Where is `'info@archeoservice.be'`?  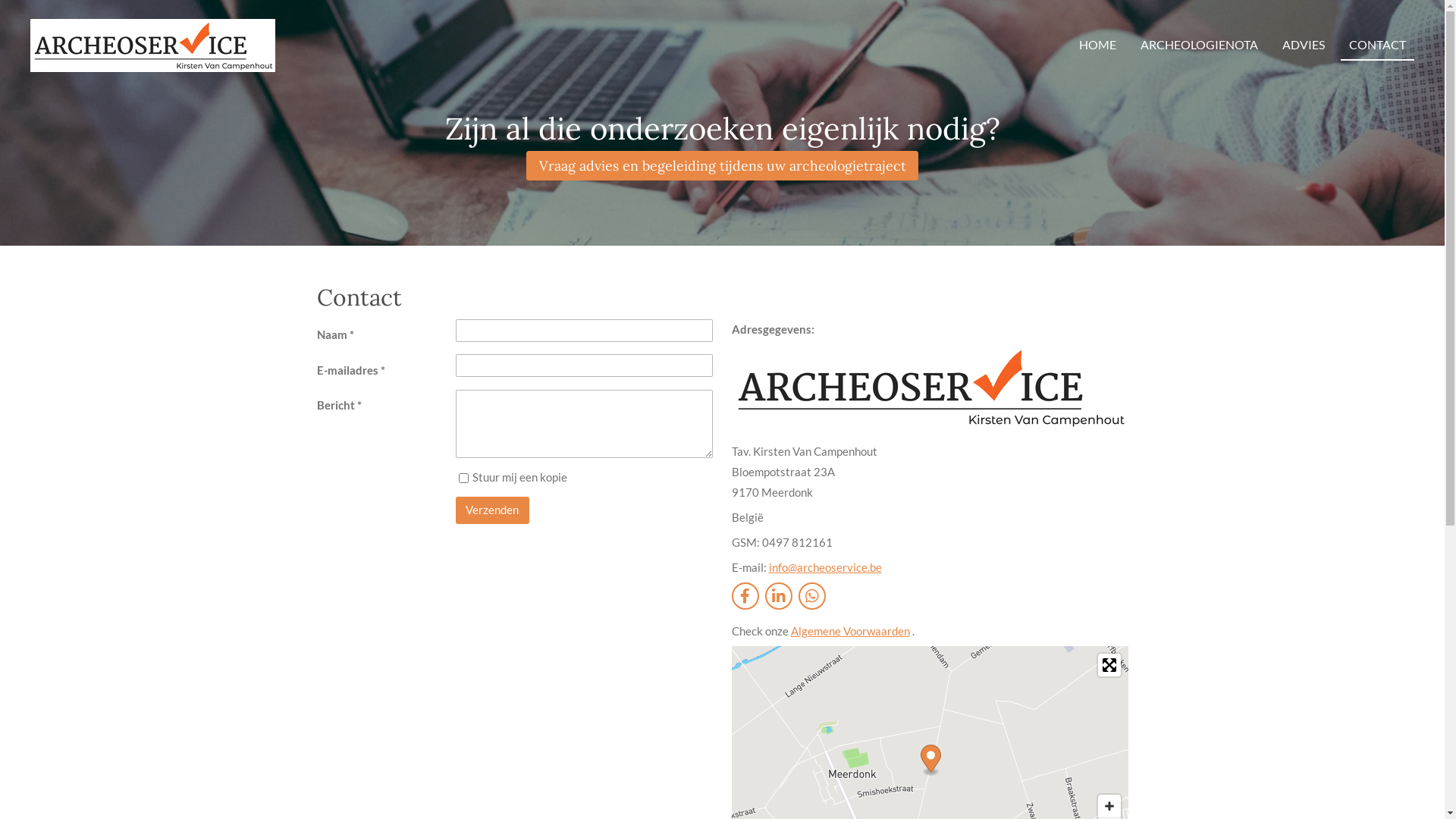 'info@archeoservice.be' is located at coordinates (824, 566).